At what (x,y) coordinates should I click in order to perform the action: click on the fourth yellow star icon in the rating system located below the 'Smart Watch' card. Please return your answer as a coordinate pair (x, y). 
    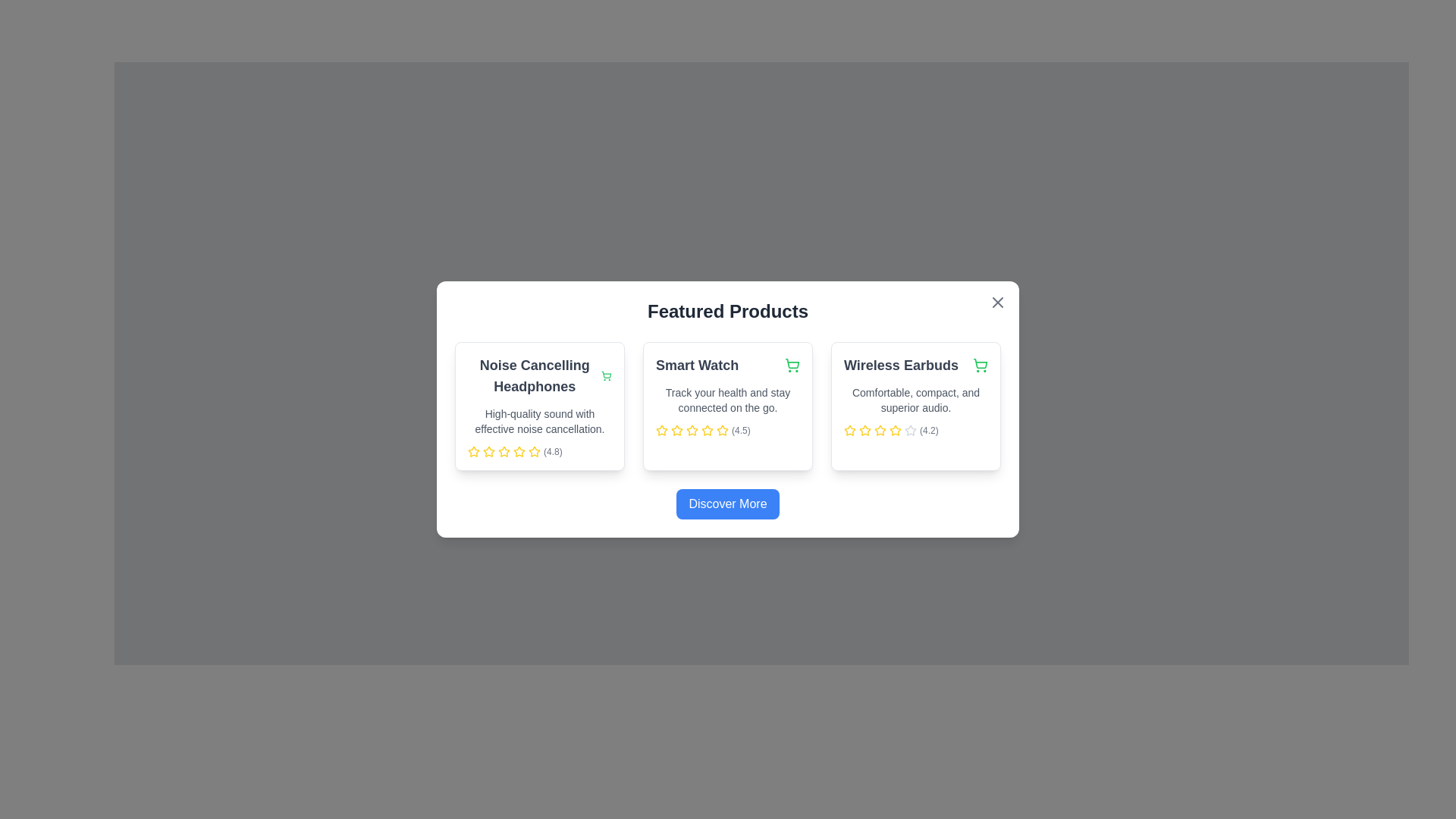
    Looking at the image, I should click on (691, 430).